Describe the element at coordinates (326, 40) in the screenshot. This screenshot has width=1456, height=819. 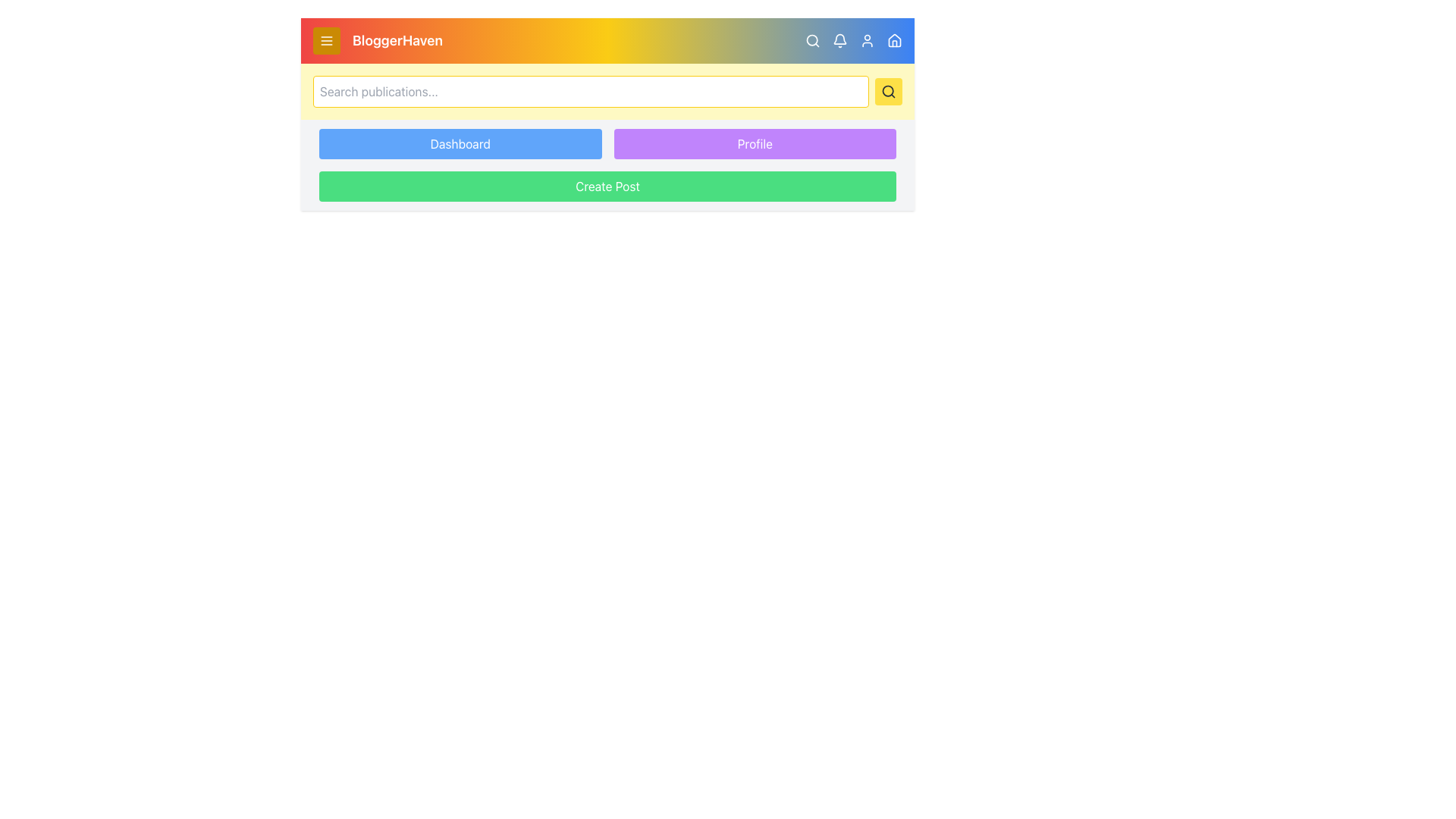
I see `the vertically-aligned menu icon with three horizontal white lines on a yellow background` at that location.